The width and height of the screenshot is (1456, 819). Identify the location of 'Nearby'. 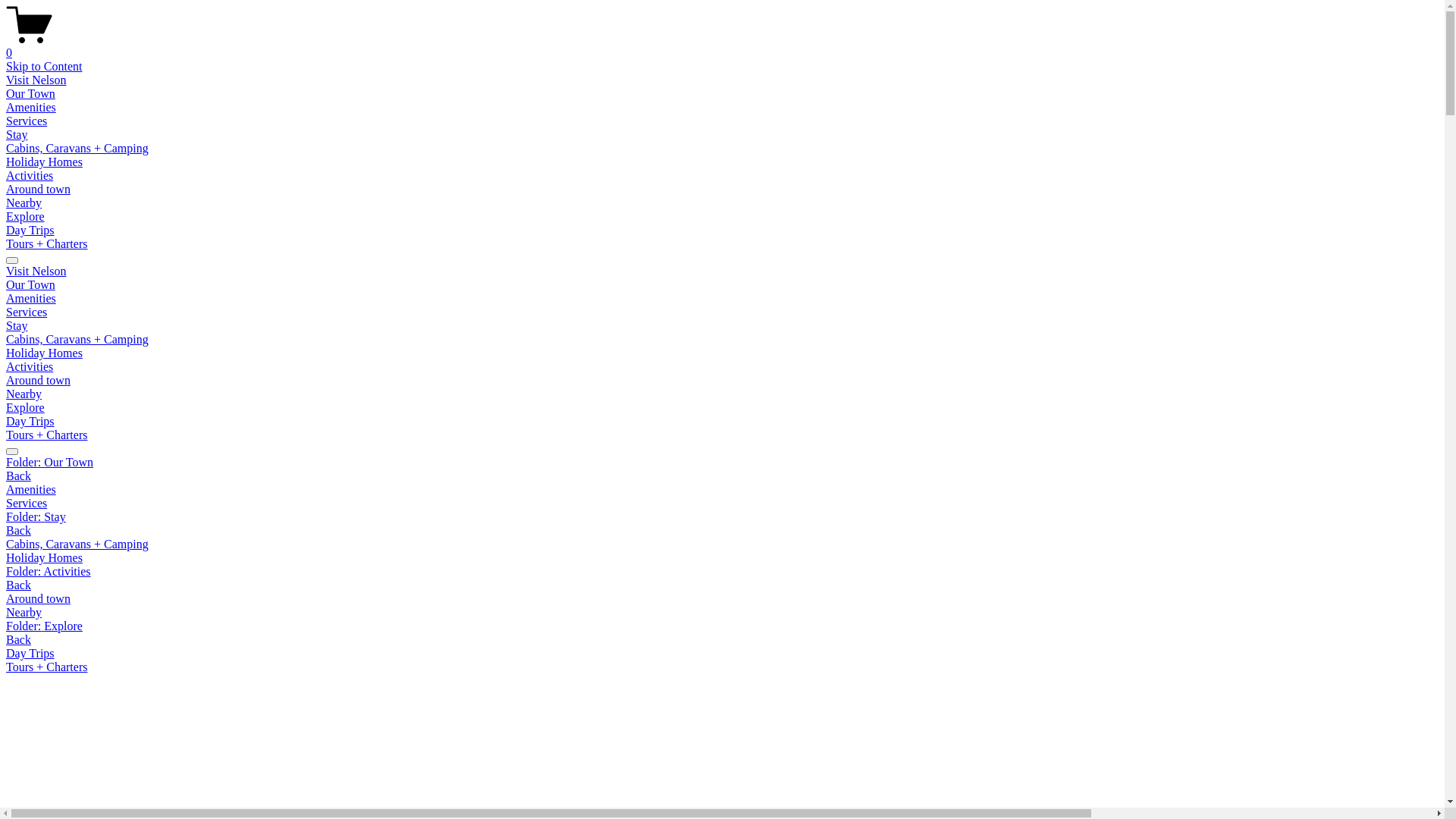
(24, 202).